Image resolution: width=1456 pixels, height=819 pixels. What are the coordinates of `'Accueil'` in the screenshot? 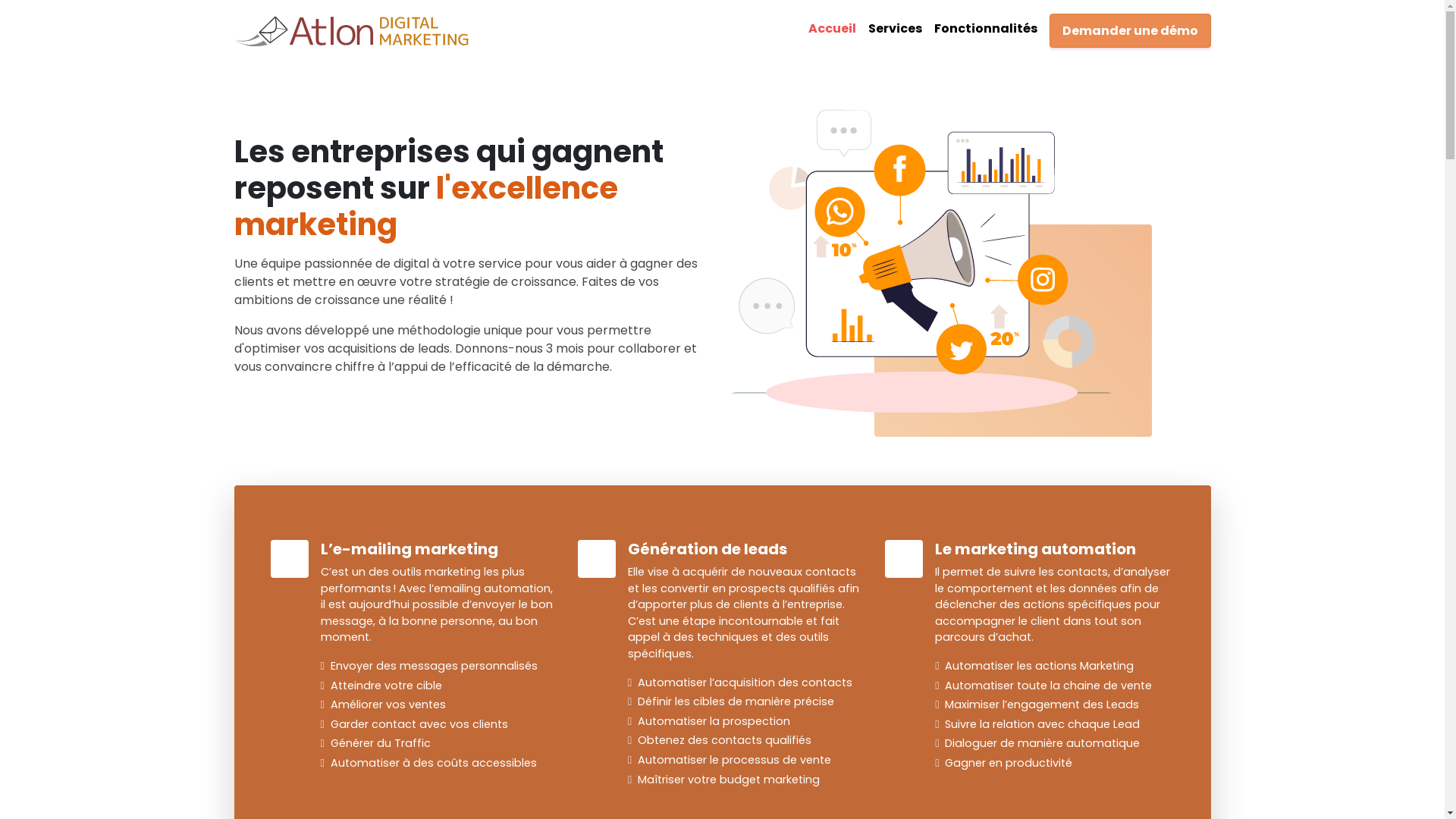 It's located at (831, 29).